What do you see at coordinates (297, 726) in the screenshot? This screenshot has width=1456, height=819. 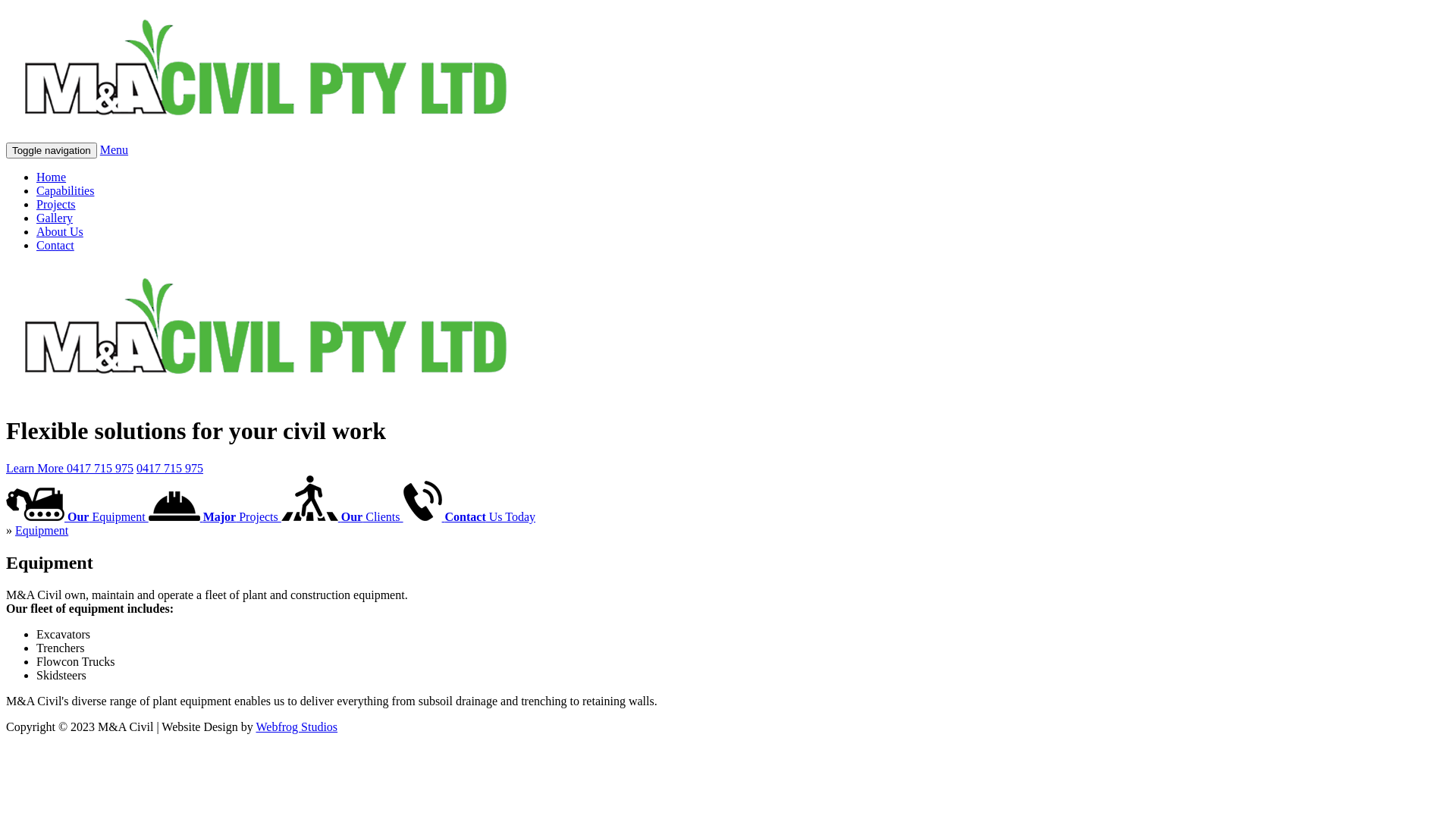 I see `'Webfrog Studios'` at bounding box center [297, 726].